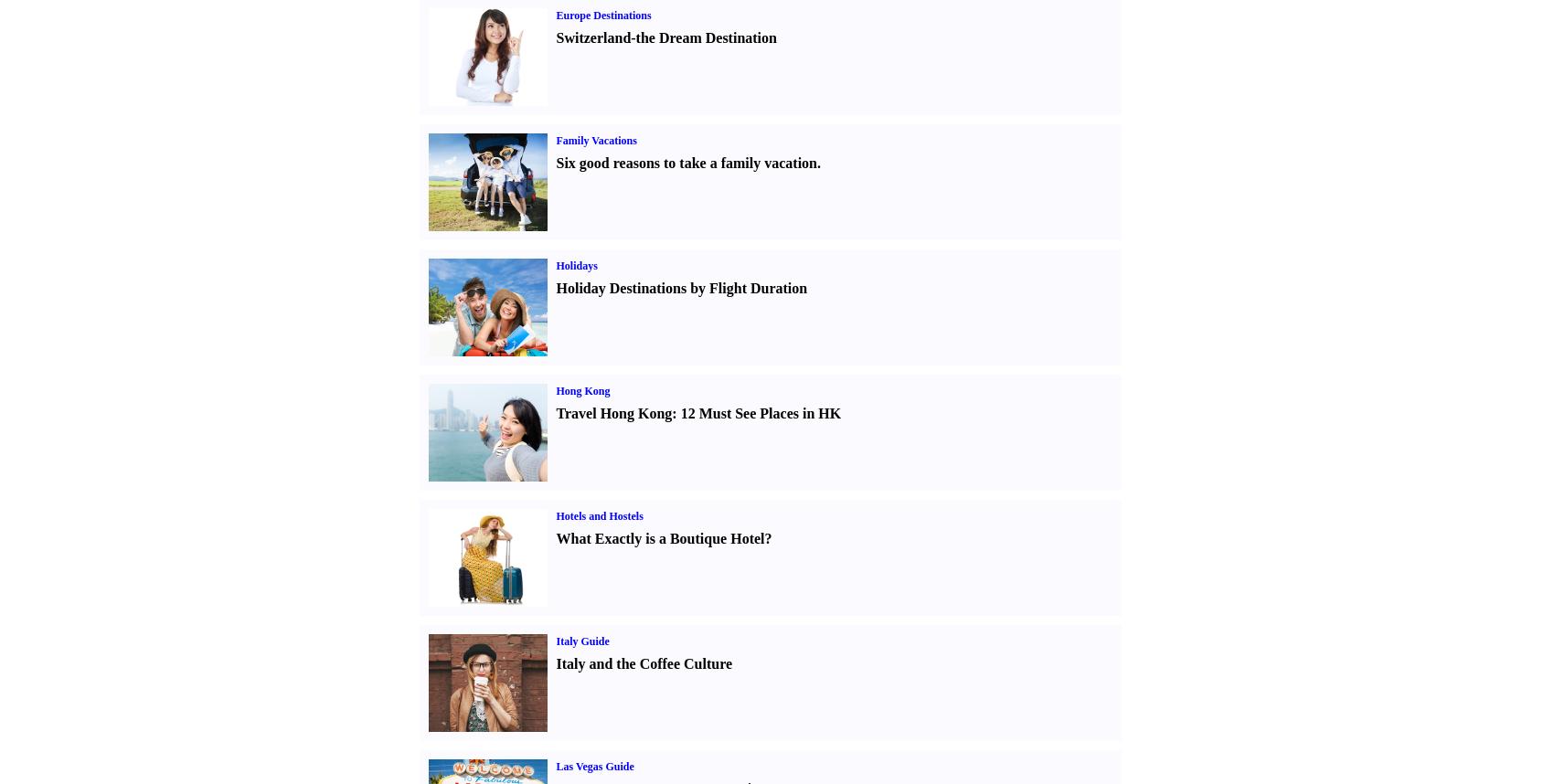 This screenshot has width=1554, height=784. I want to click on 'Hotels and Hostels', so click(599, 514).